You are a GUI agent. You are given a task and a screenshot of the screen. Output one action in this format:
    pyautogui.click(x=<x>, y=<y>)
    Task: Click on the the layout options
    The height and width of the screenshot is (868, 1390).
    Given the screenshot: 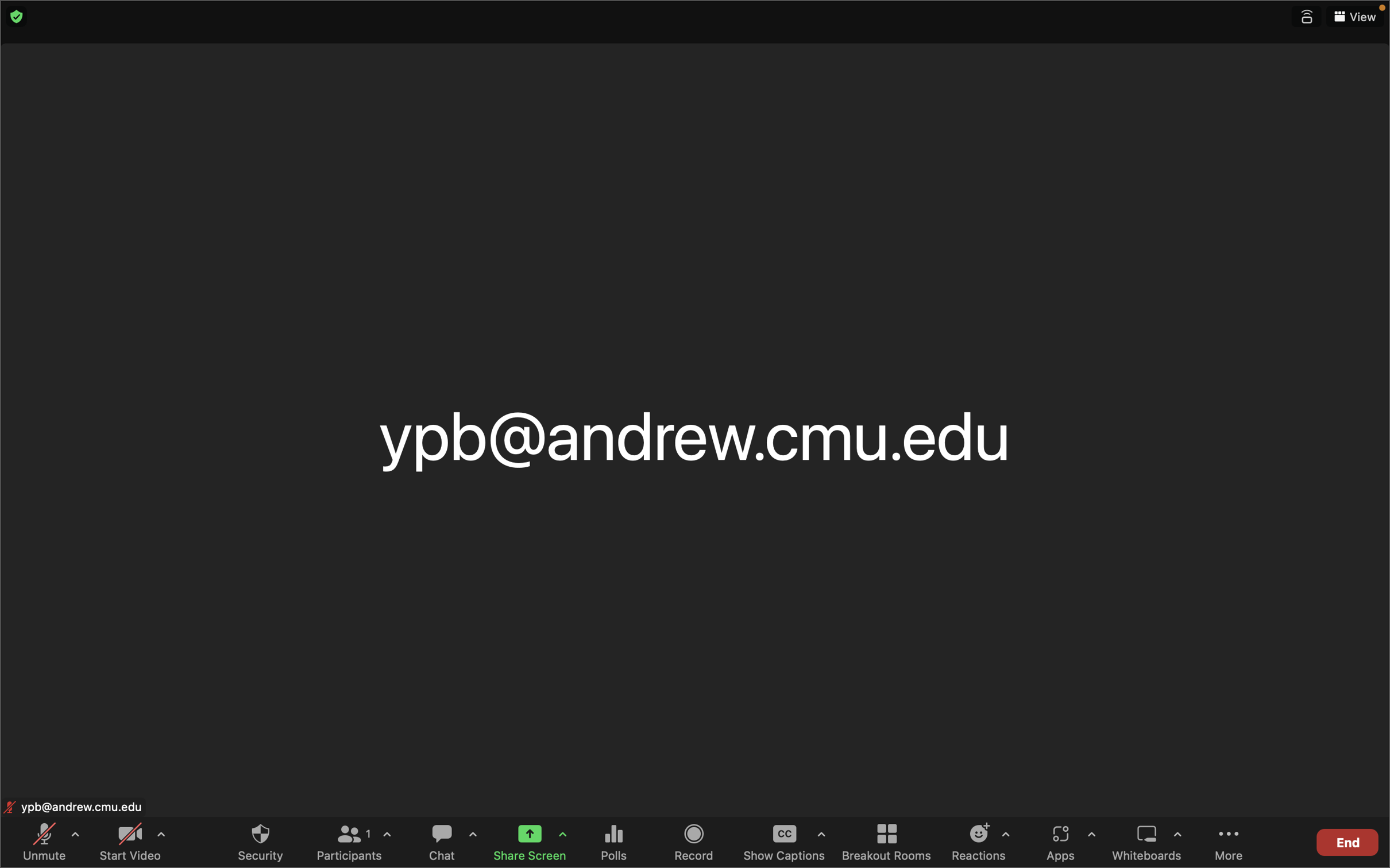 What is the action you would take?
    pyautogui.click(x=1354, y=17)
    